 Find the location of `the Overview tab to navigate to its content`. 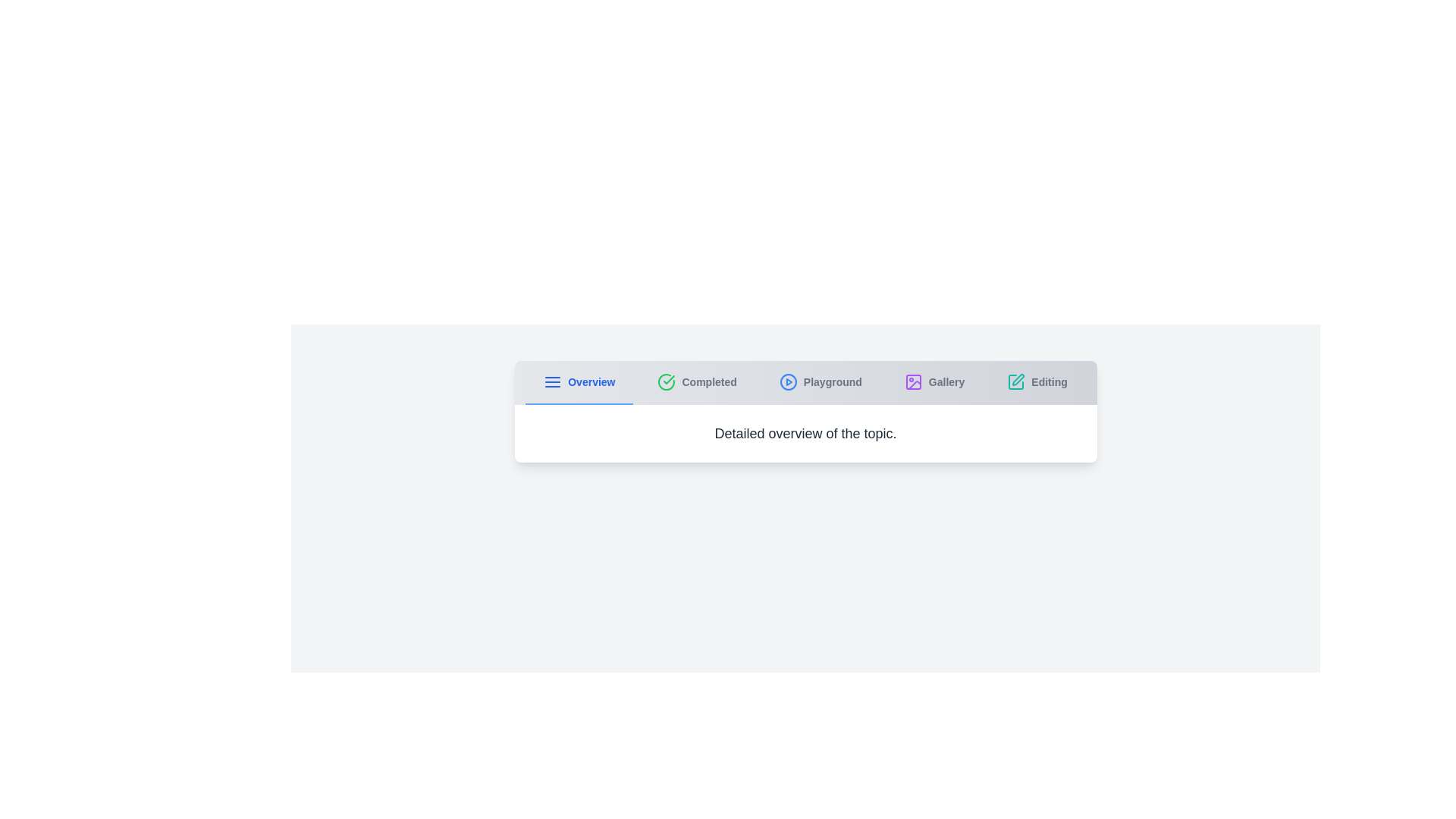

the Overview tab to navigate to its content is located at coordinates (578, 382).